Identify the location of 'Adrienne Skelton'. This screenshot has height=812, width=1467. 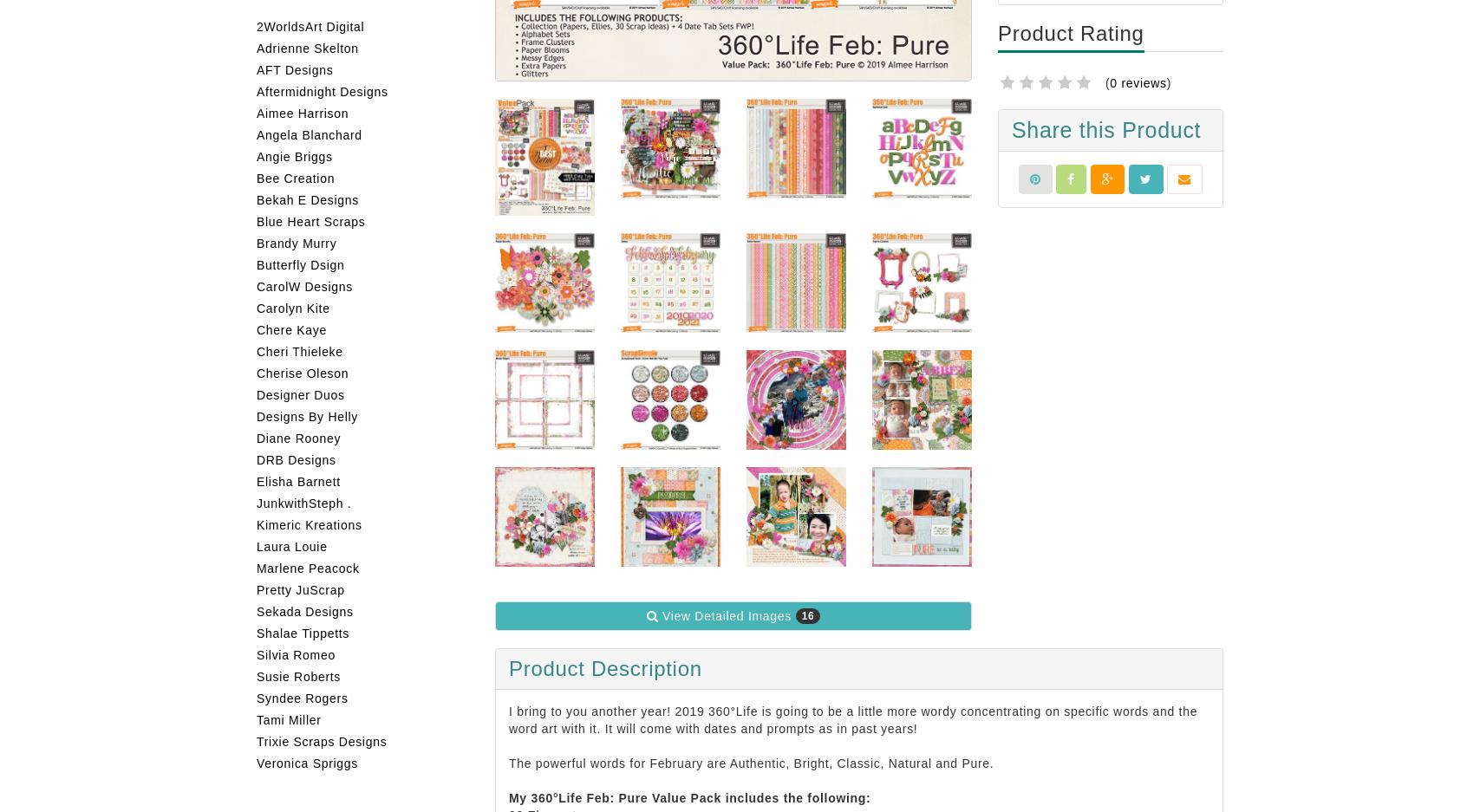
(307, 48).